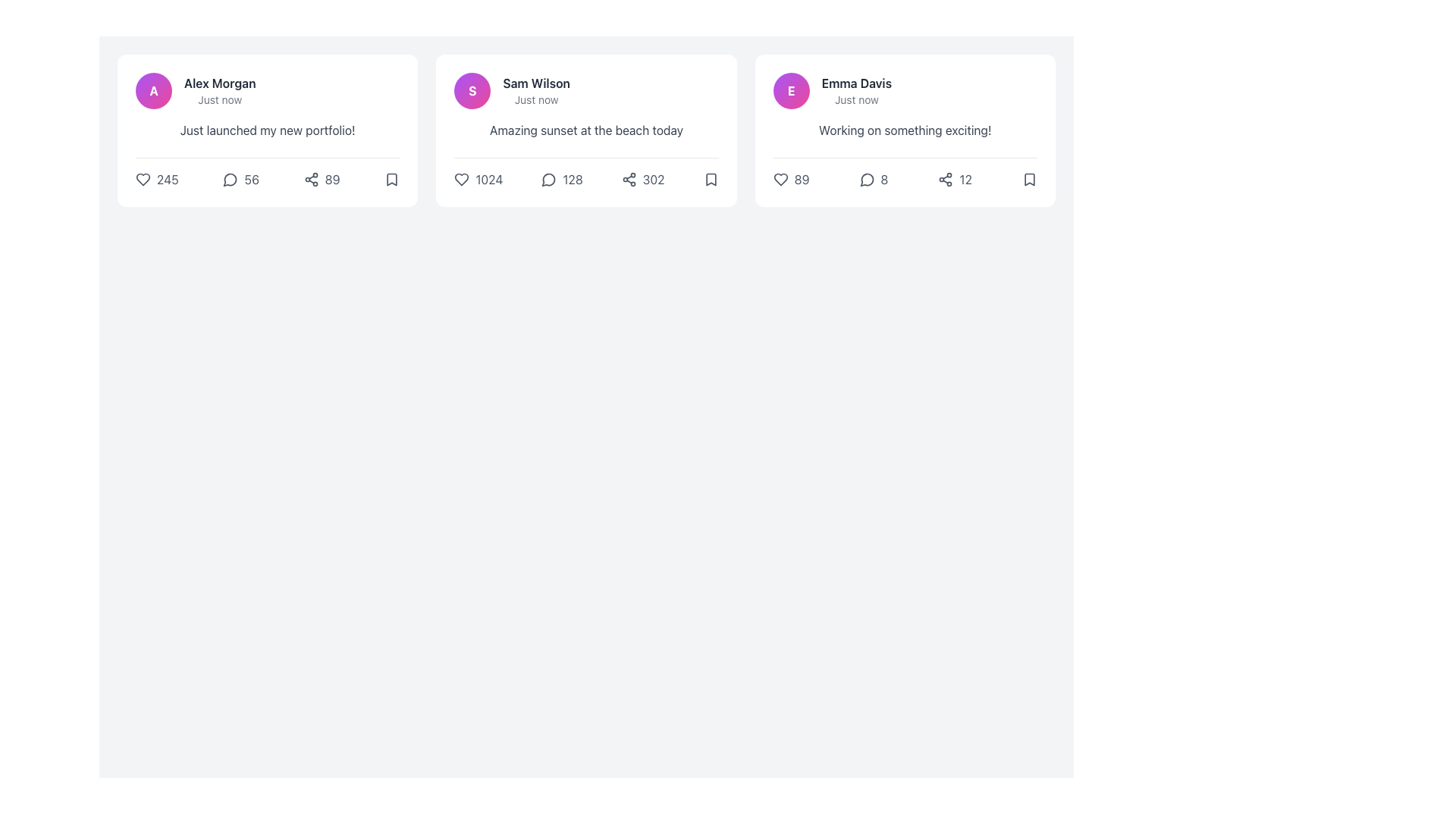  What do you see at coordinates (954, 178) in the screenshot?
I see `the interactive share icon with the numeric label '12' located in the lower-right area of the post card associated with user Emma Davis` at bounding box center [954, 178].